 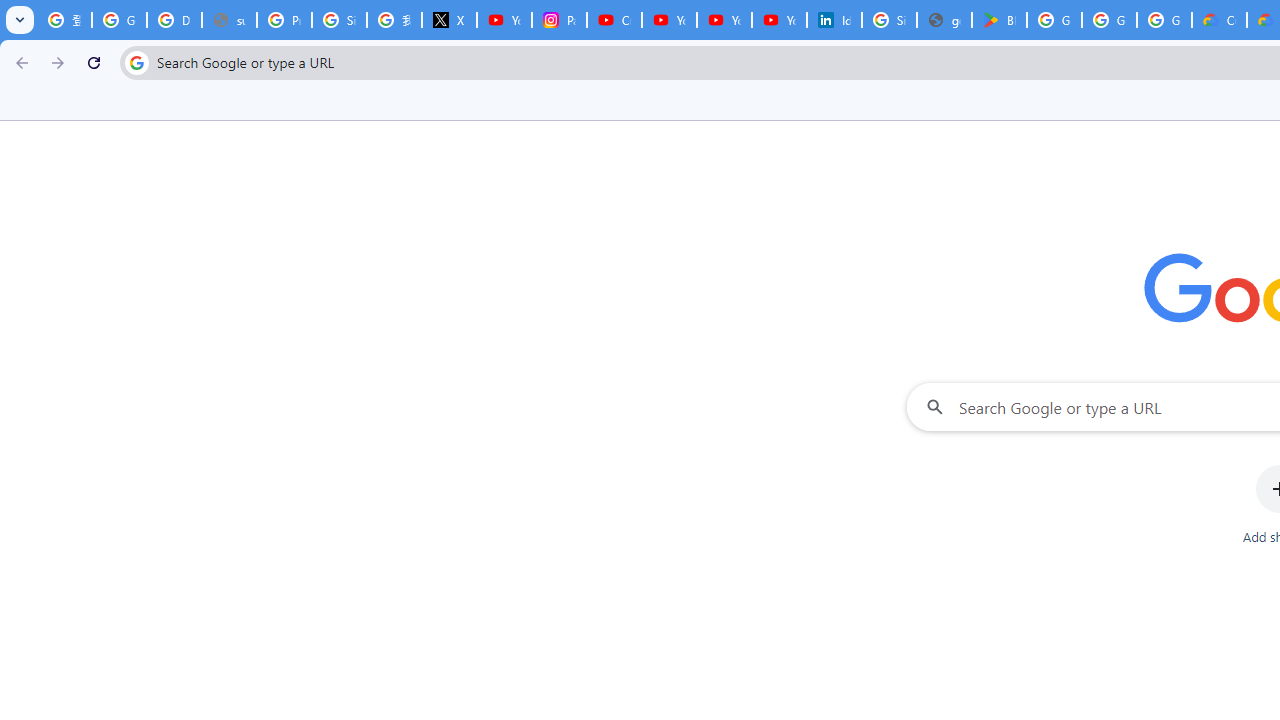 What do you see at coordinates (1108, 20) in the screenshot?
I see `'Google Workspace - Specific Terms'` at bounding box center [1108, 20].